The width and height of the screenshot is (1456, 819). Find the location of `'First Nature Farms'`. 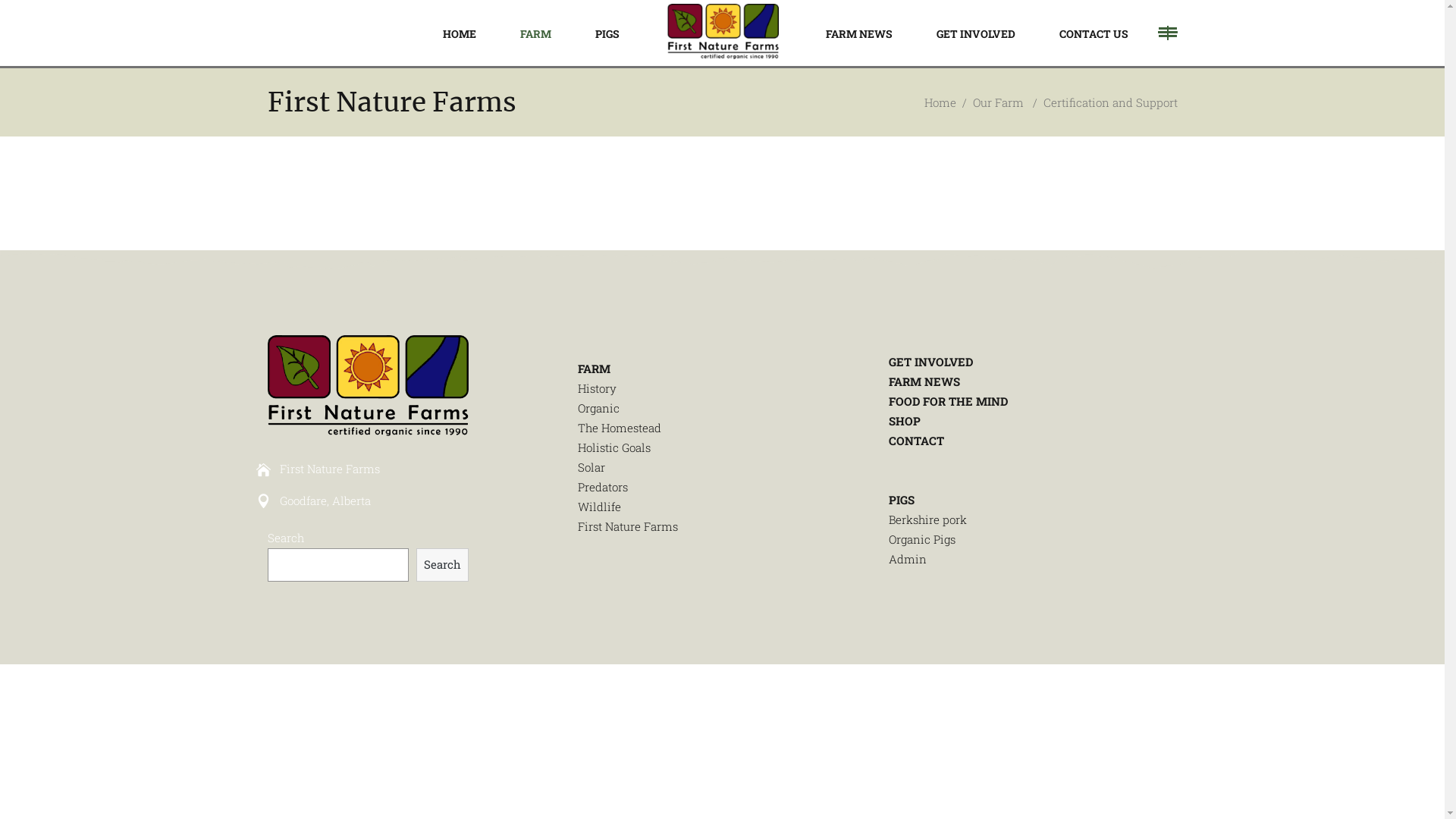

'First Nature Farms' is located at coordinates (628, 526).